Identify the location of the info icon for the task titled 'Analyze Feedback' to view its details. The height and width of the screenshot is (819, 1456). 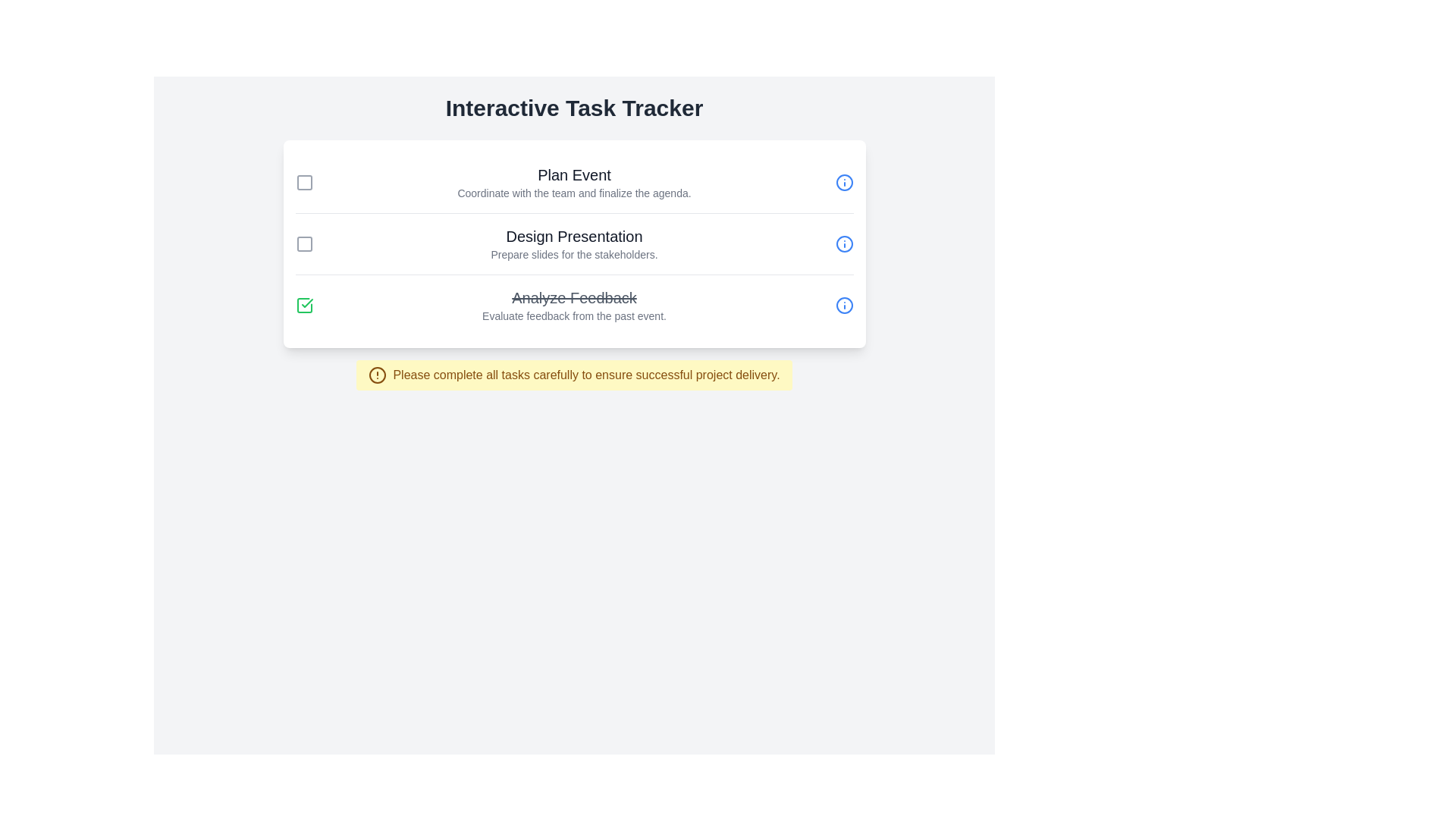
(843, 305).